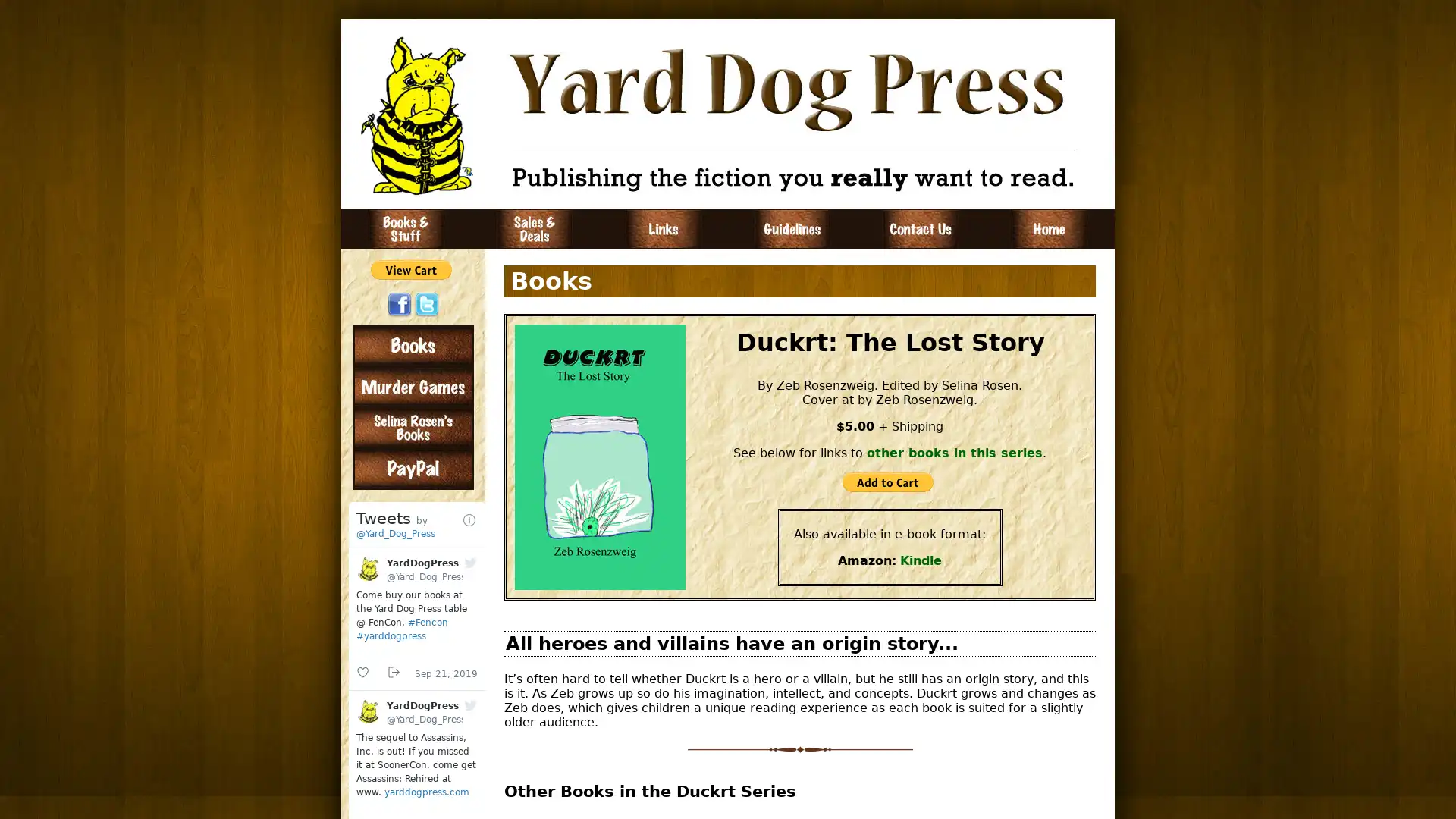 Image resolution: width=1456 pixels, height=819 pixels. What do you see at coordinates (887, 482) in the screenshot?
I see `PayPal - The safer, easier way to pay online!` at bounding box center [887, 482].